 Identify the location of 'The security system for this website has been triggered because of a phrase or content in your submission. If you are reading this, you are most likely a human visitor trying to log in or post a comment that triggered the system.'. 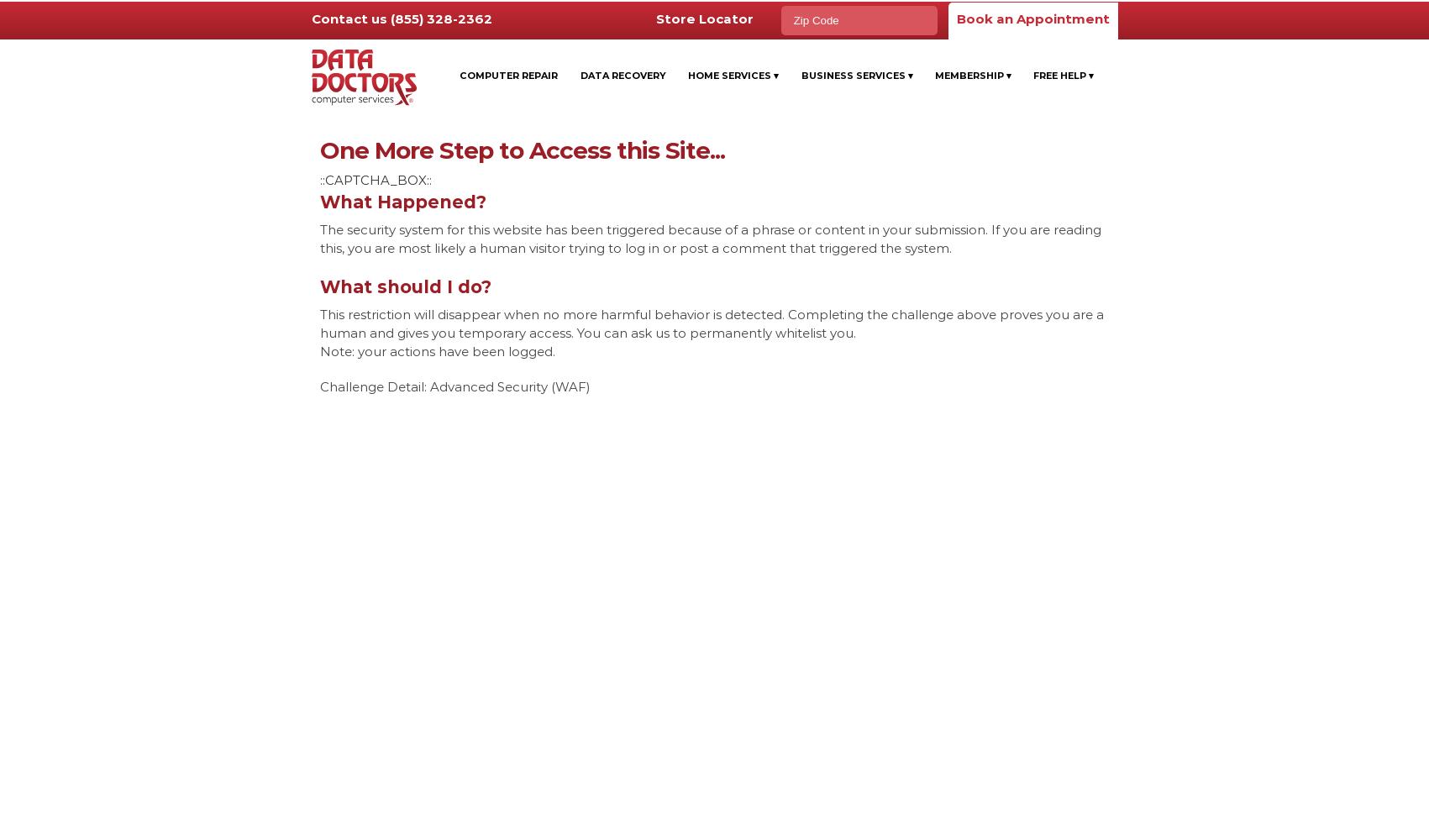
(710, 239).